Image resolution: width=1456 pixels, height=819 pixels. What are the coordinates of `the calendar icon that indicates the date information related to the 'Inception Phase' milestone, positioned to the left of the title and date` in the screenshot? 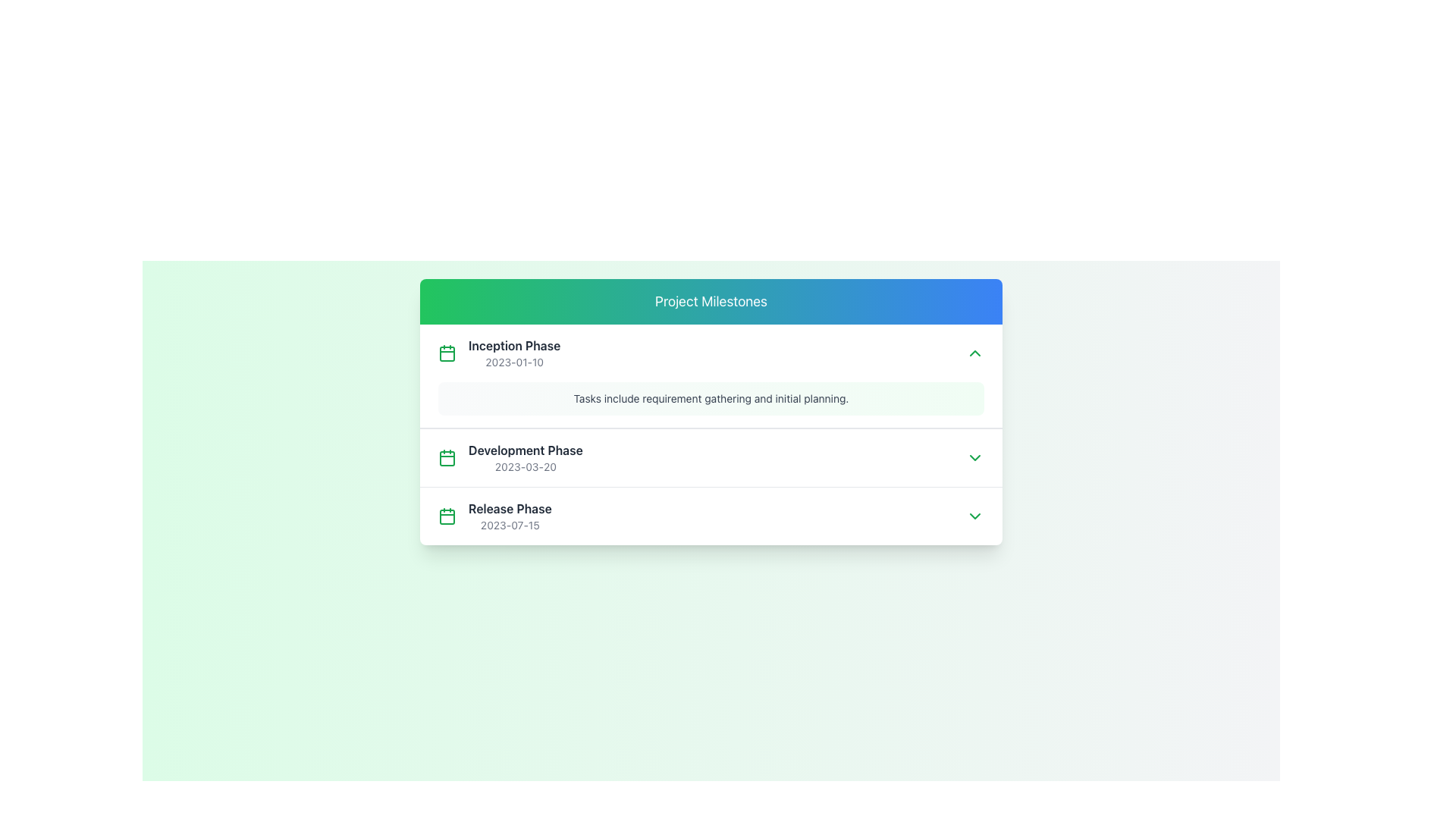 It's located at (447, 353).